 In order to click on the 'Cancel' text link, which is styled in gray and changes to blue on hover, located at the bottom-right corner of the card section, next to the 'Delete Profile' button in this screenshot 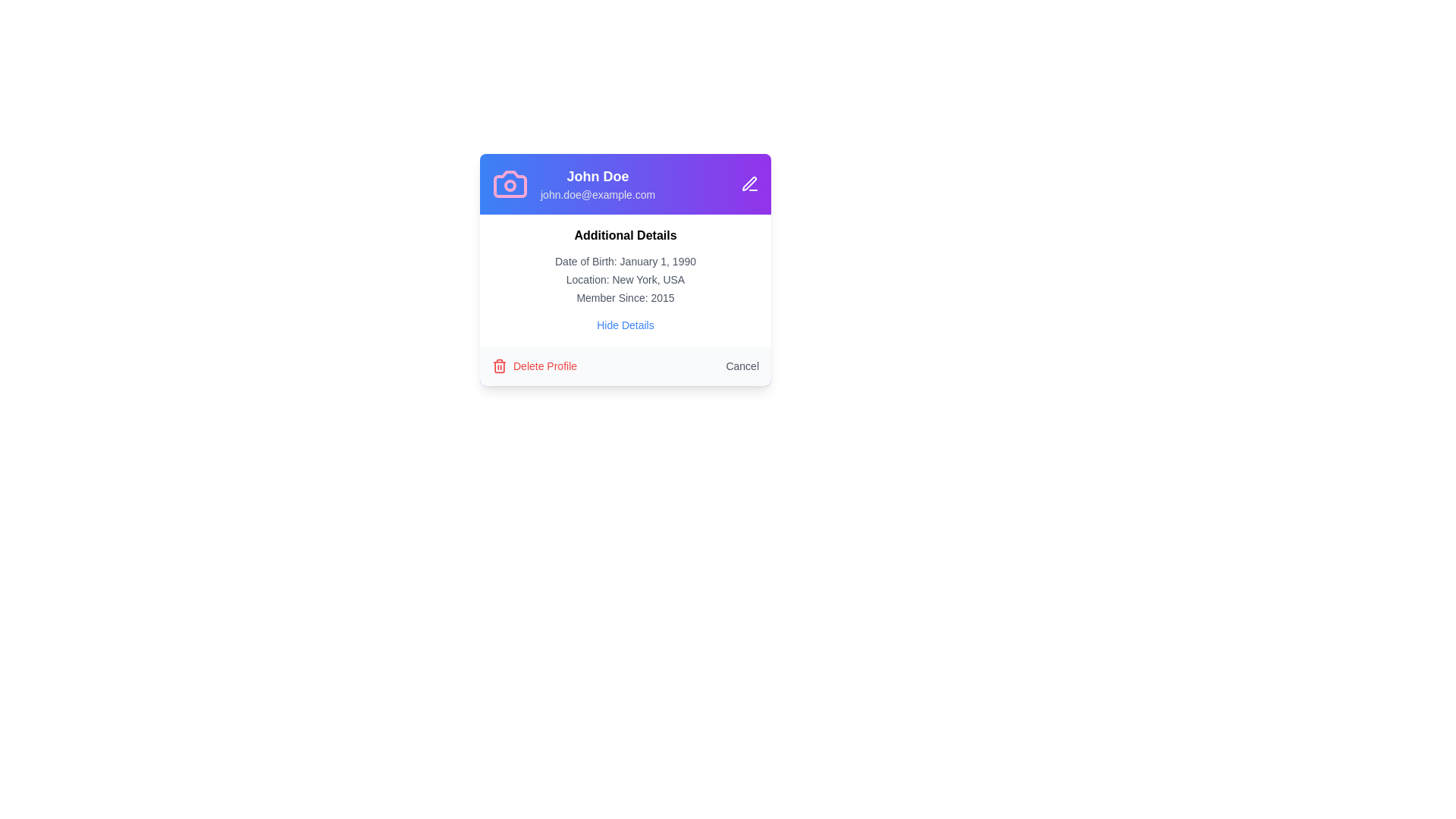, I will do `click(742, 366)`.